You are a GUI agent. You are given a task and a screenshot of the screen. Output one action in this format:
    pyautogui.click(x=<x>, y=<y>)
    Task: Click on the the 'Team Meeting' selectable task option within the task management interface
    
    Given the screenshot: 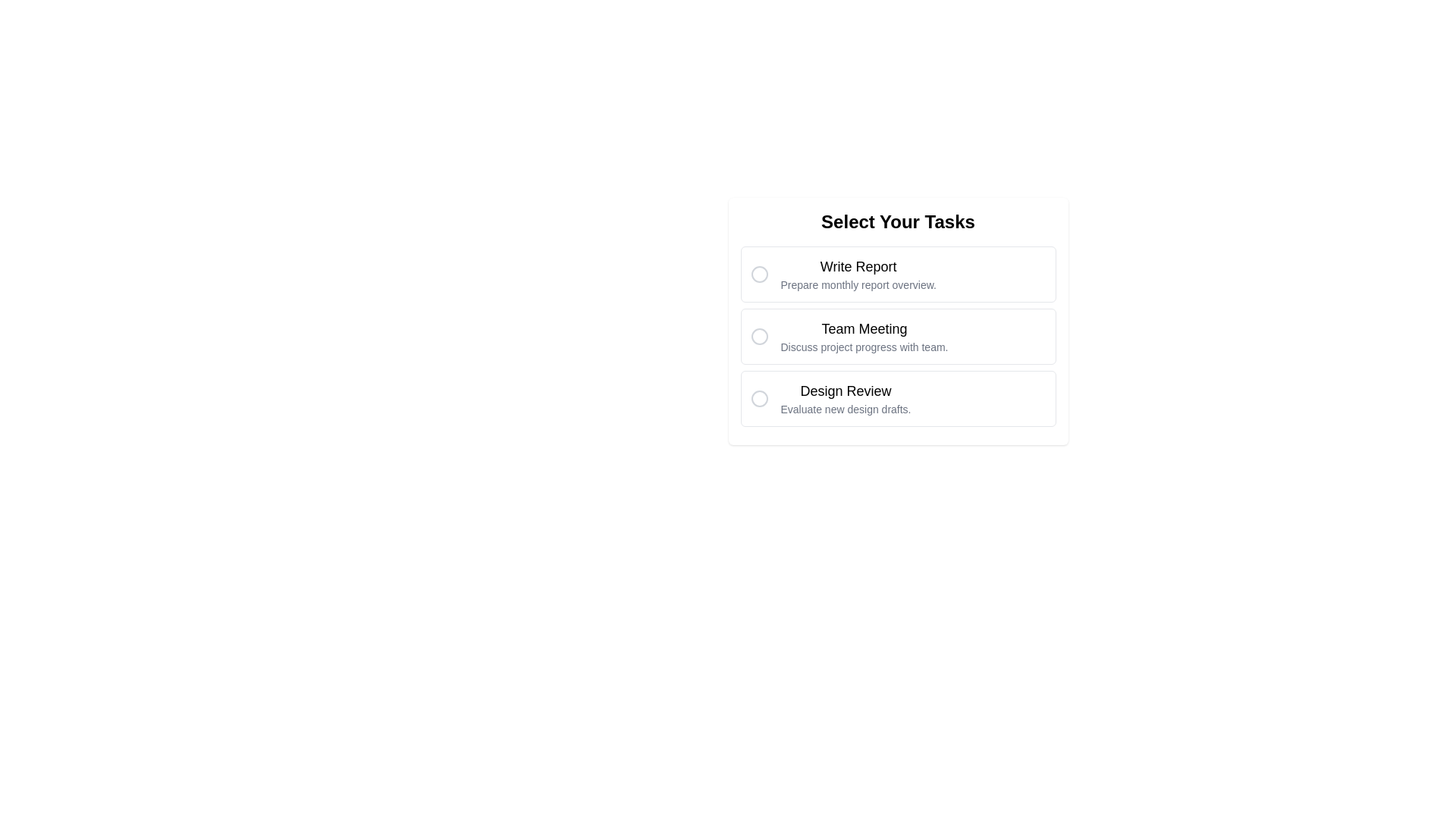 What is the action you would take?
    pyautogui.click(x=898, y=321)
    